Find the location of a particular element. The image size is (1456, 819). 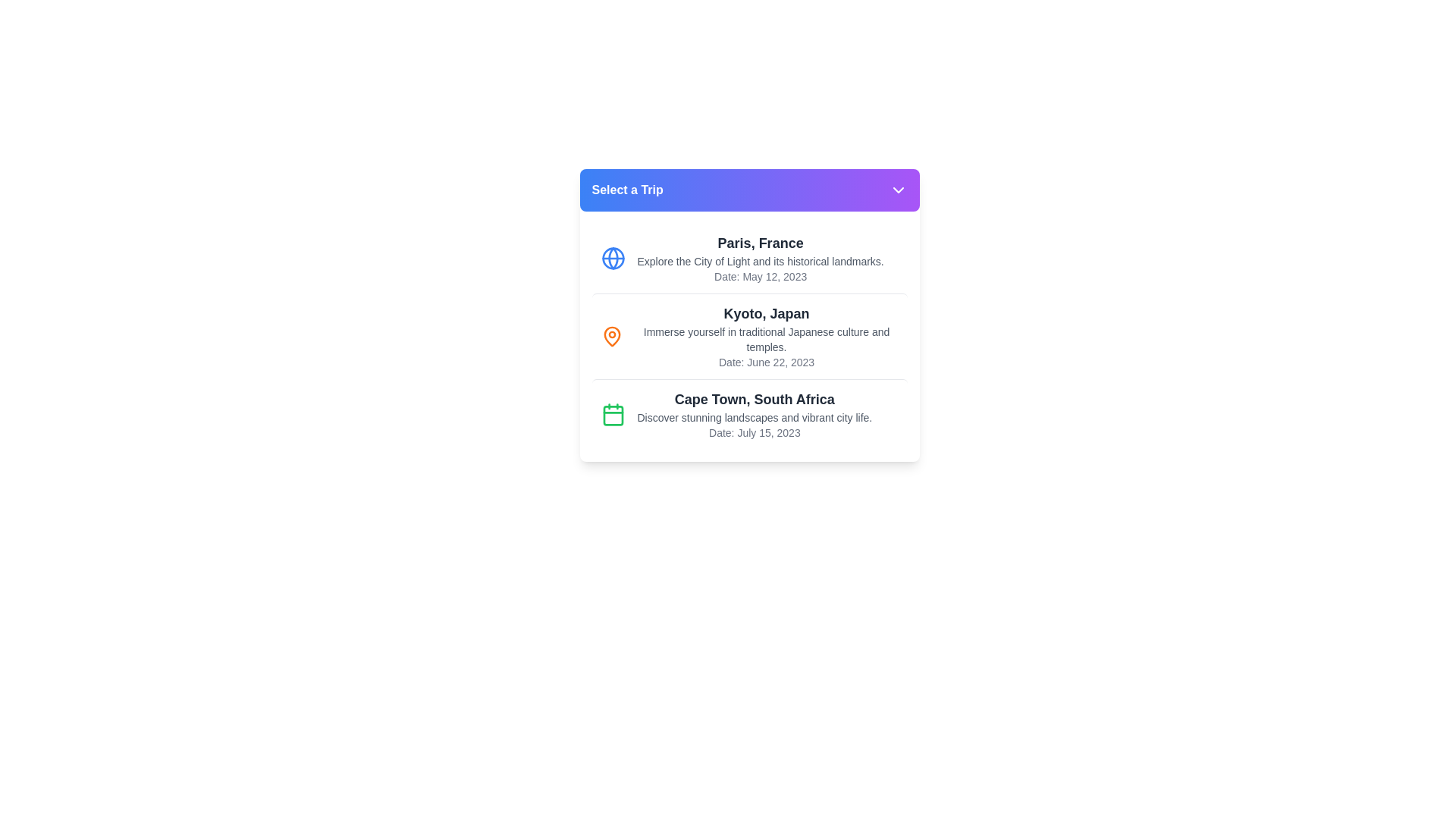

the central circular part of the globe icon representing the location marker for 'Paris, France', which is located to the left of the text in the top list item is located at coordinates (613, 257).